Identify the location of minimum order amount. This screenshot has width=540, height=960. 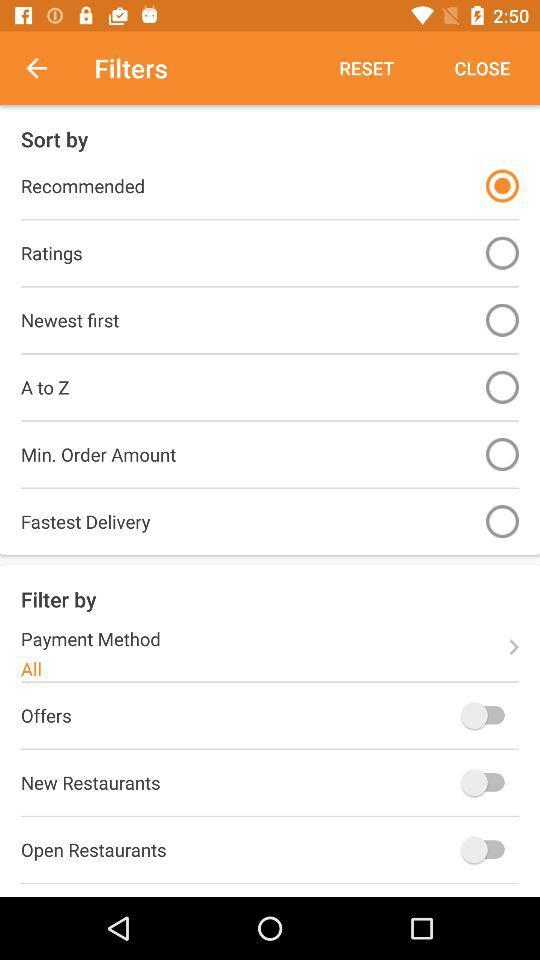
(501, 454).